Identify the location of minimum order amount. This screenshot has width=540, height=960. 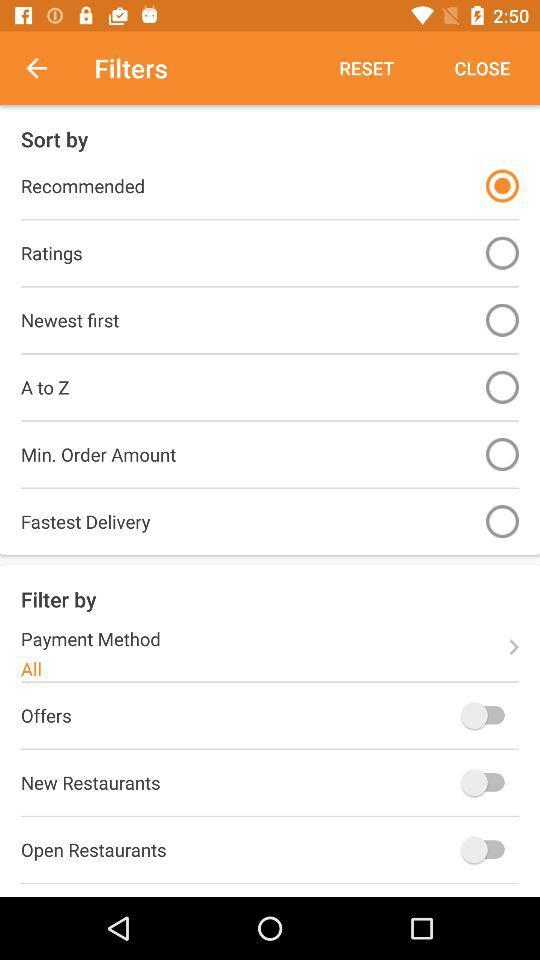
(501, 454).